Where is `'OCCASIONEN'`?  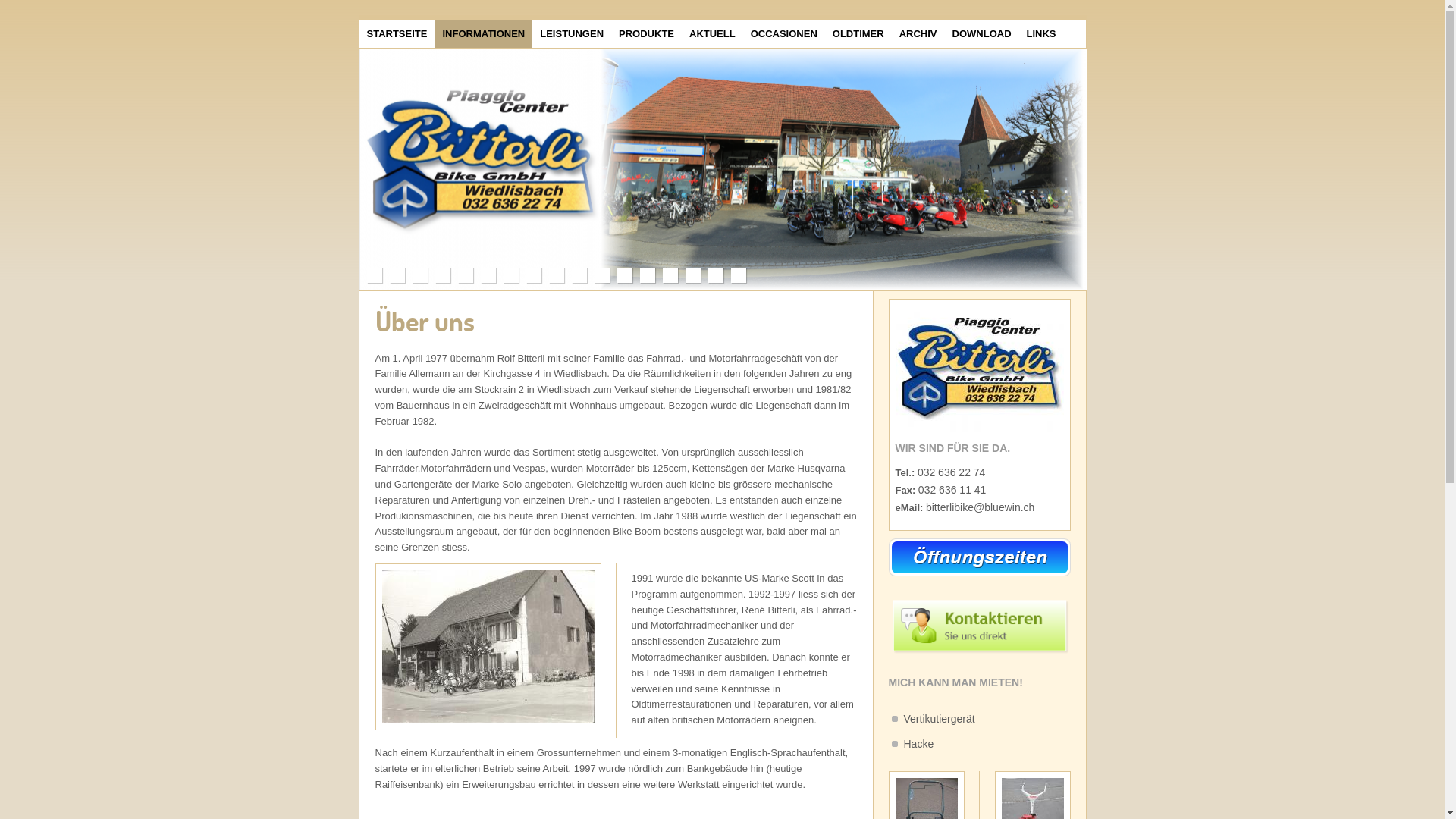
'OCCASIONEN' is located at coordinates (783, 33).